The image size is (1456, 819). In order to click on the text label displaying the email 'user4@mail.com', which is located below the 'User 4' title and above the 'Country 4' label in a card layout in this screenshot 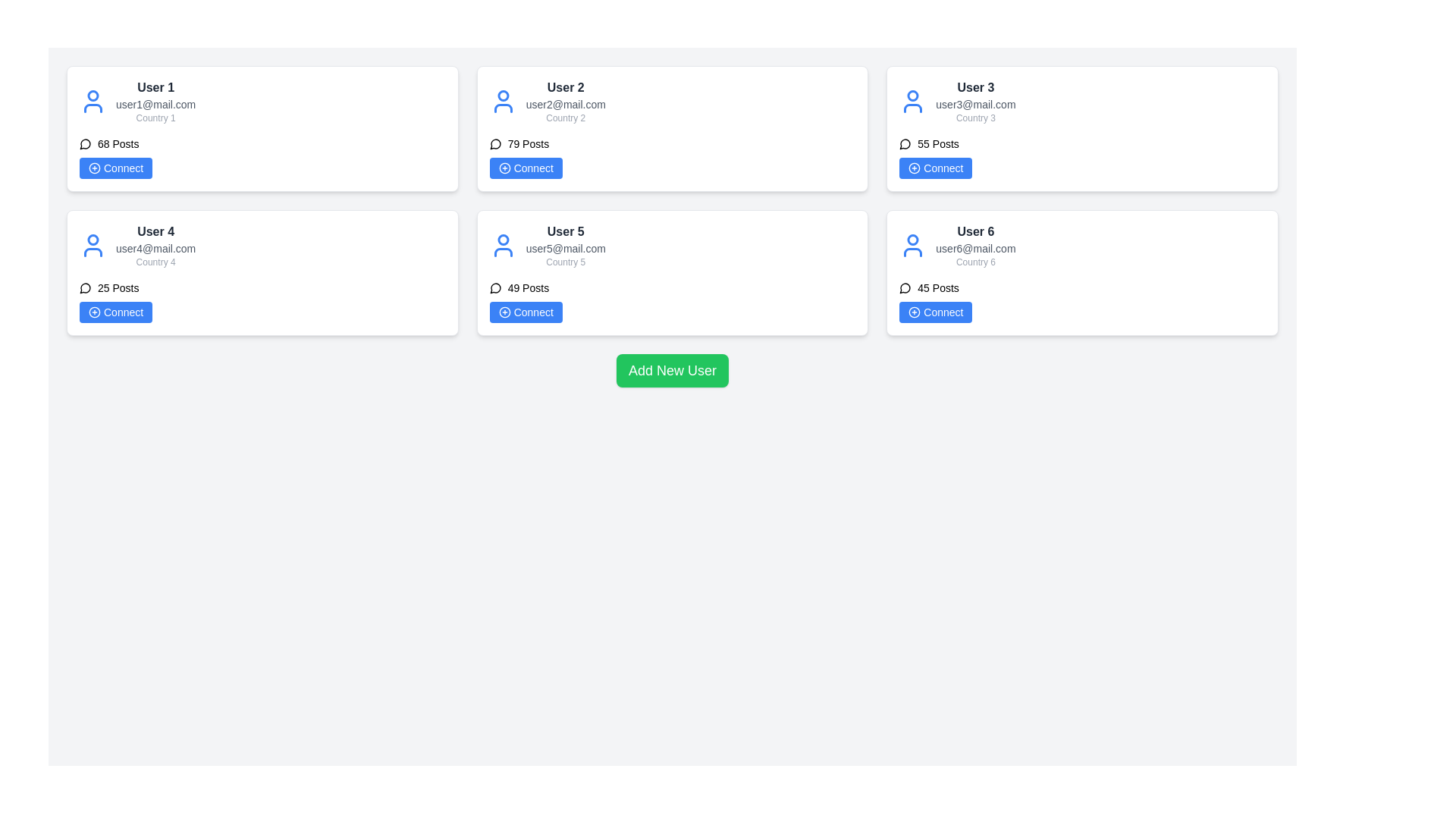, I will do `click(155, 247)`.